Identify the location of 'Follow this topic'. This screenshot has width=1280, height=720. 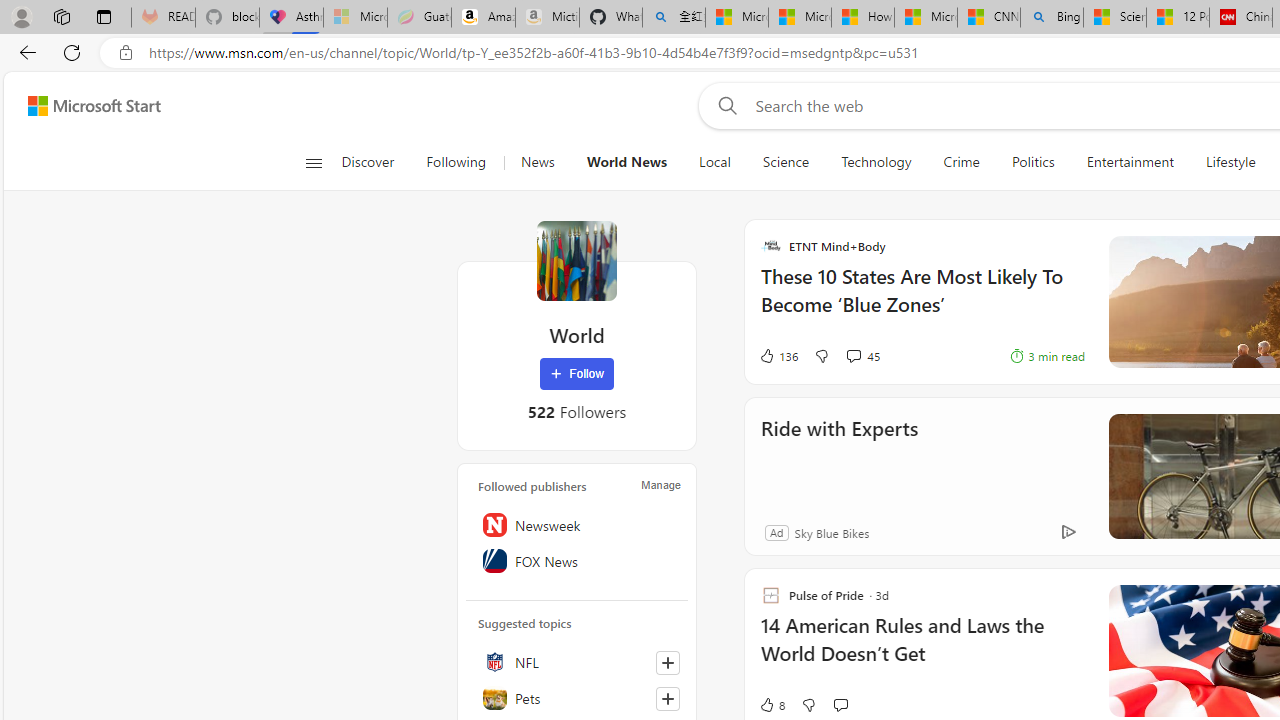
(667, 698).